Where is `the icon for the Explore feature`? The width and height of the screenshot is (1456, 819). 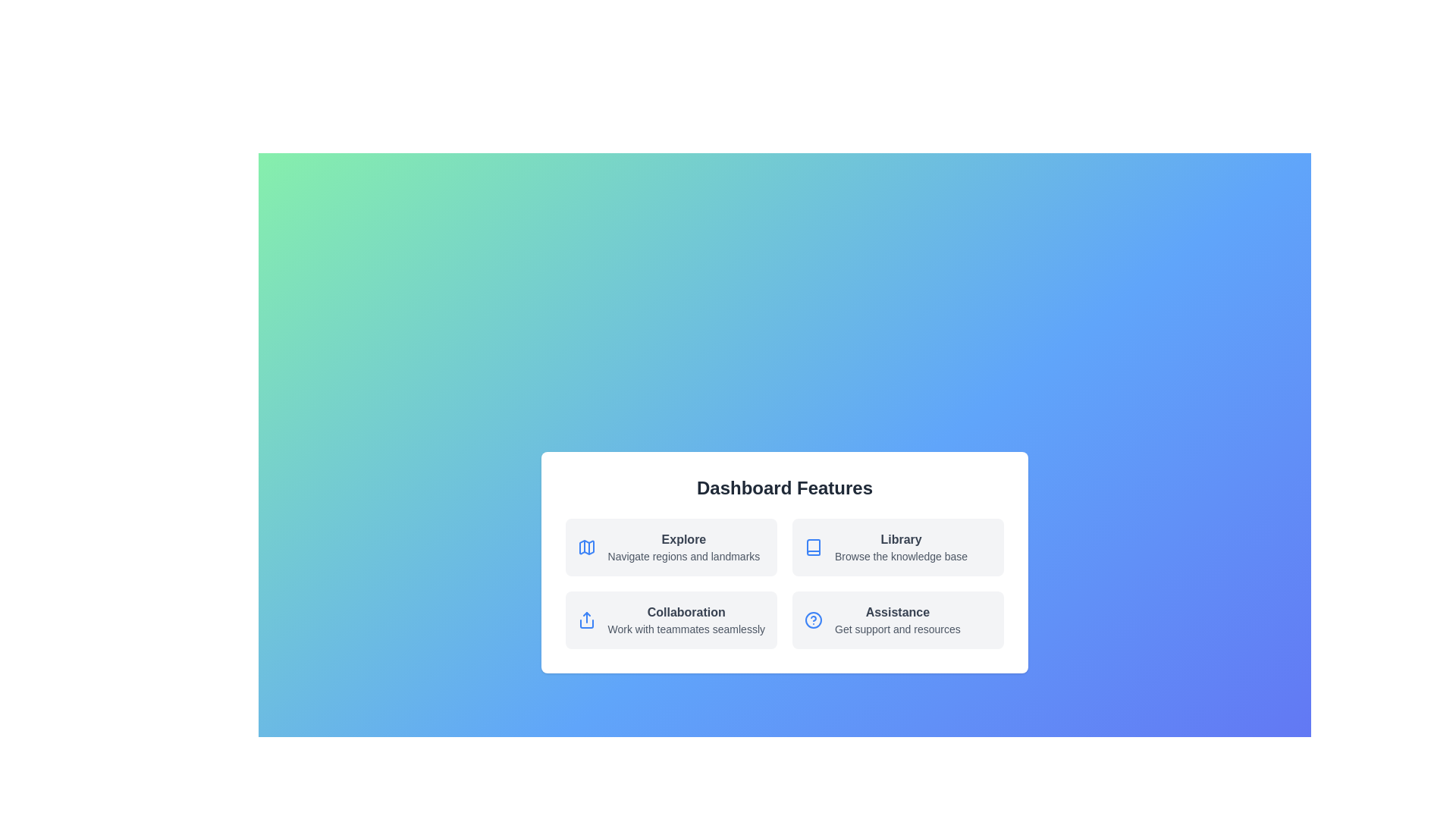 the icon for the Explore feature is located at coordinates (585, 547).